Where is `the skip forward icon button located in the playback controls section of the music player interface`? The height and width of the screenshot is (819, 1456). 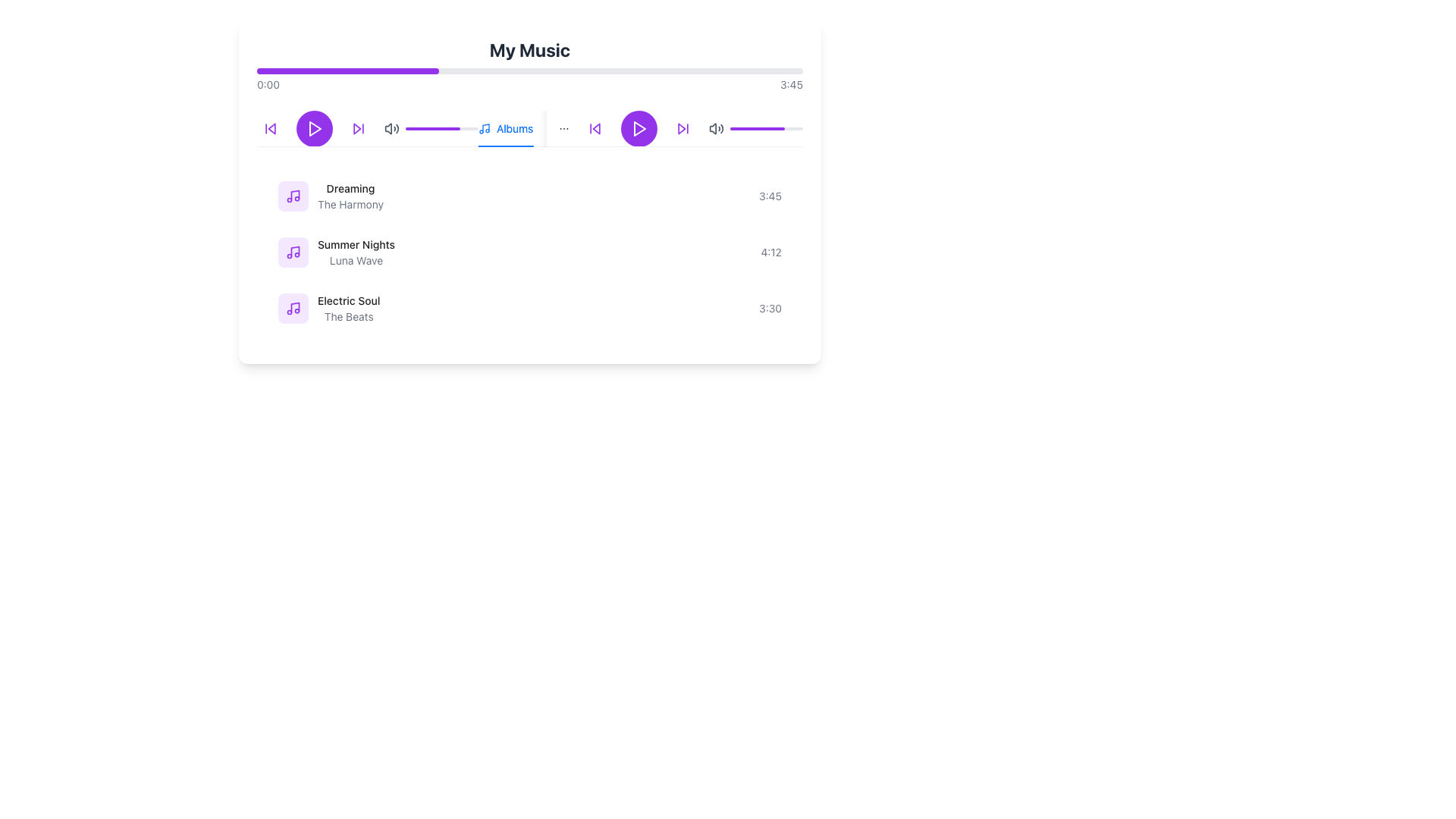 the skip forward icon button located in the playback controls section of the music player interface is located at coordinates (682, 127).